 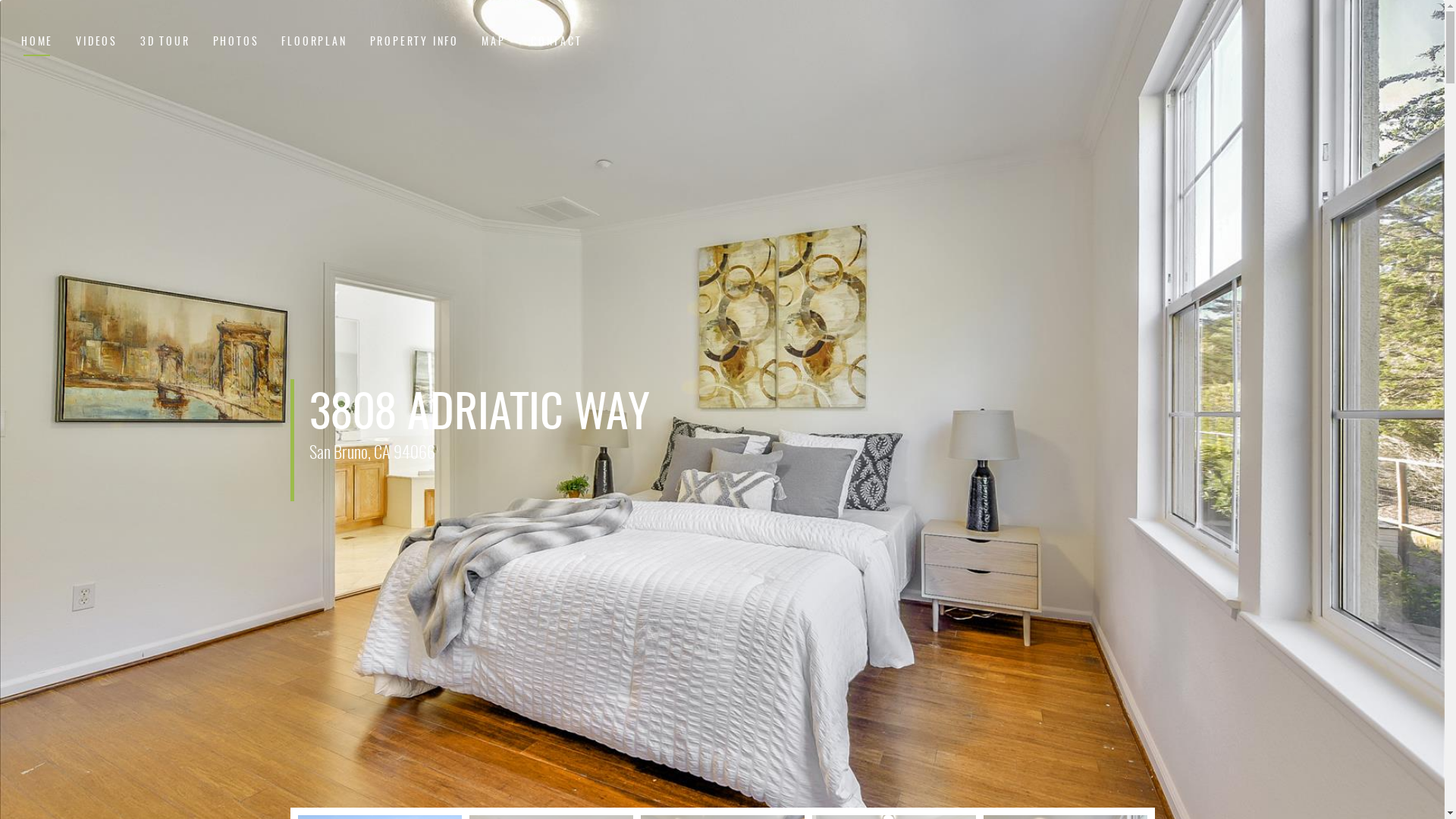 What do you see at coordinates (370, 42) in the screenshot?
I see `'PROPERTY INFO'` at bounding box center [370, 42].